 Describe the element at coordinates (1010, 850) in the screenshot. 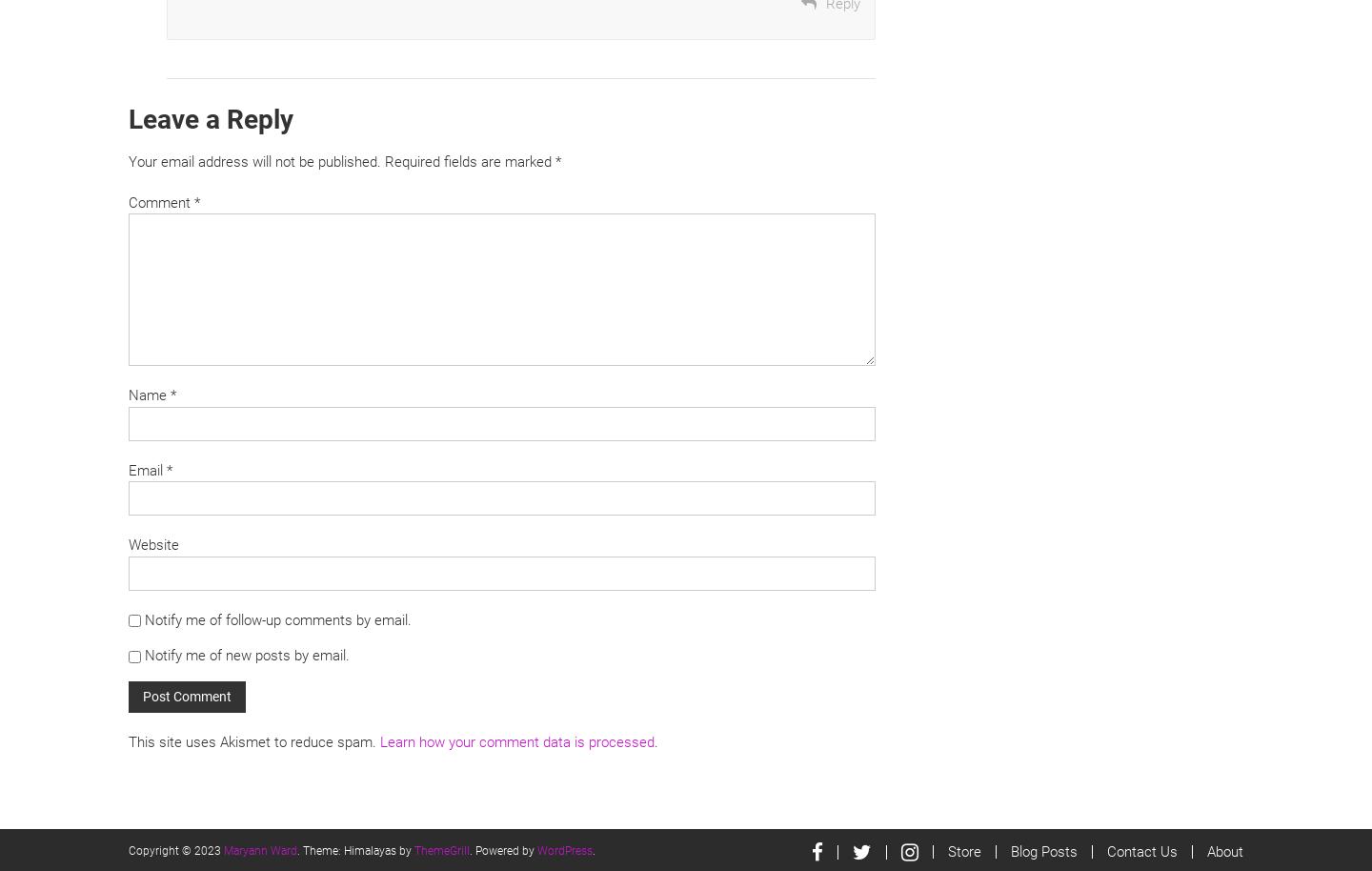

I see `'Blog Posts'` at that location.